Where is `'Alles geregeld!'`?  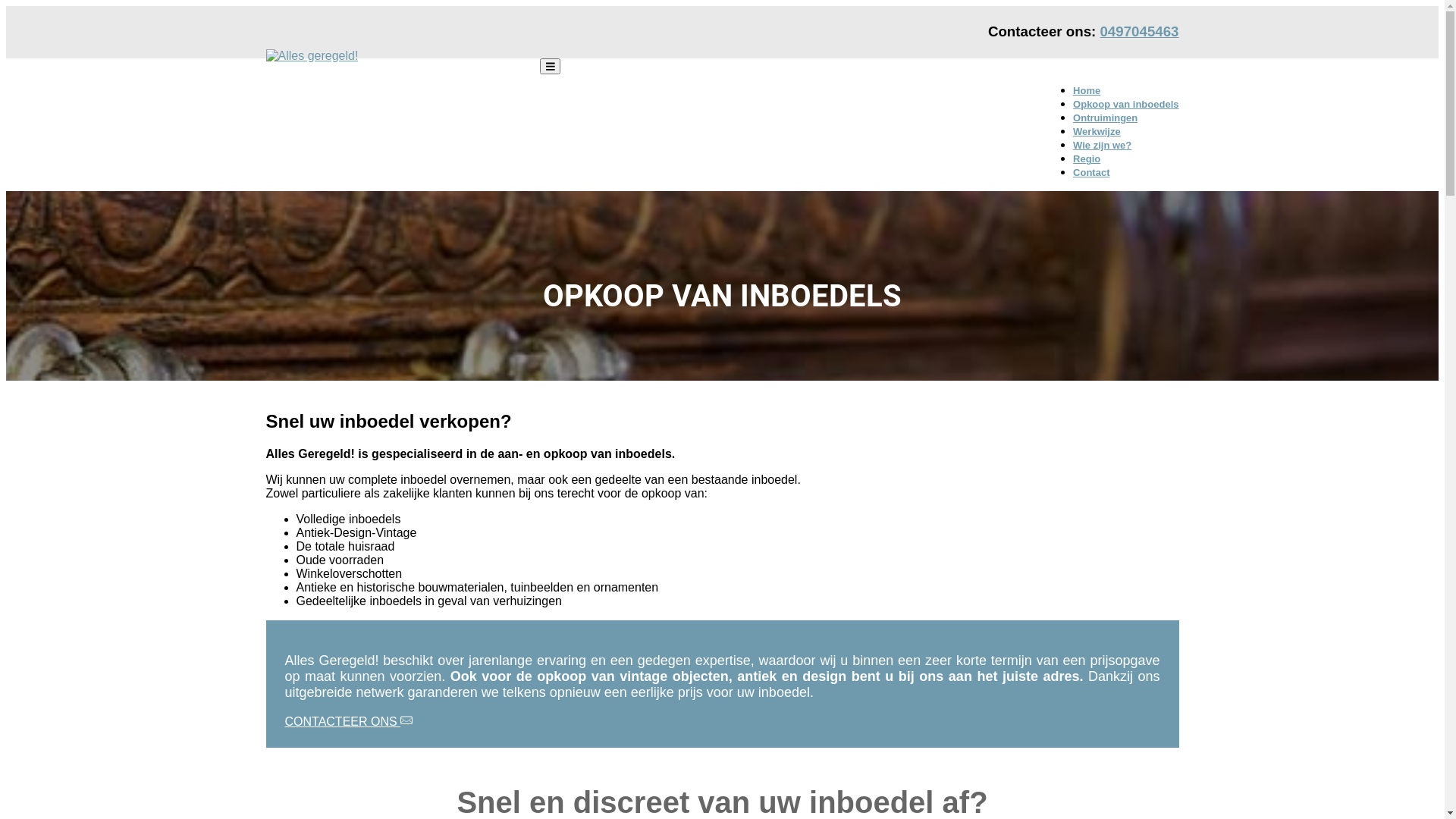
'Alles geregeld!' is located at coordinates (305, 81).